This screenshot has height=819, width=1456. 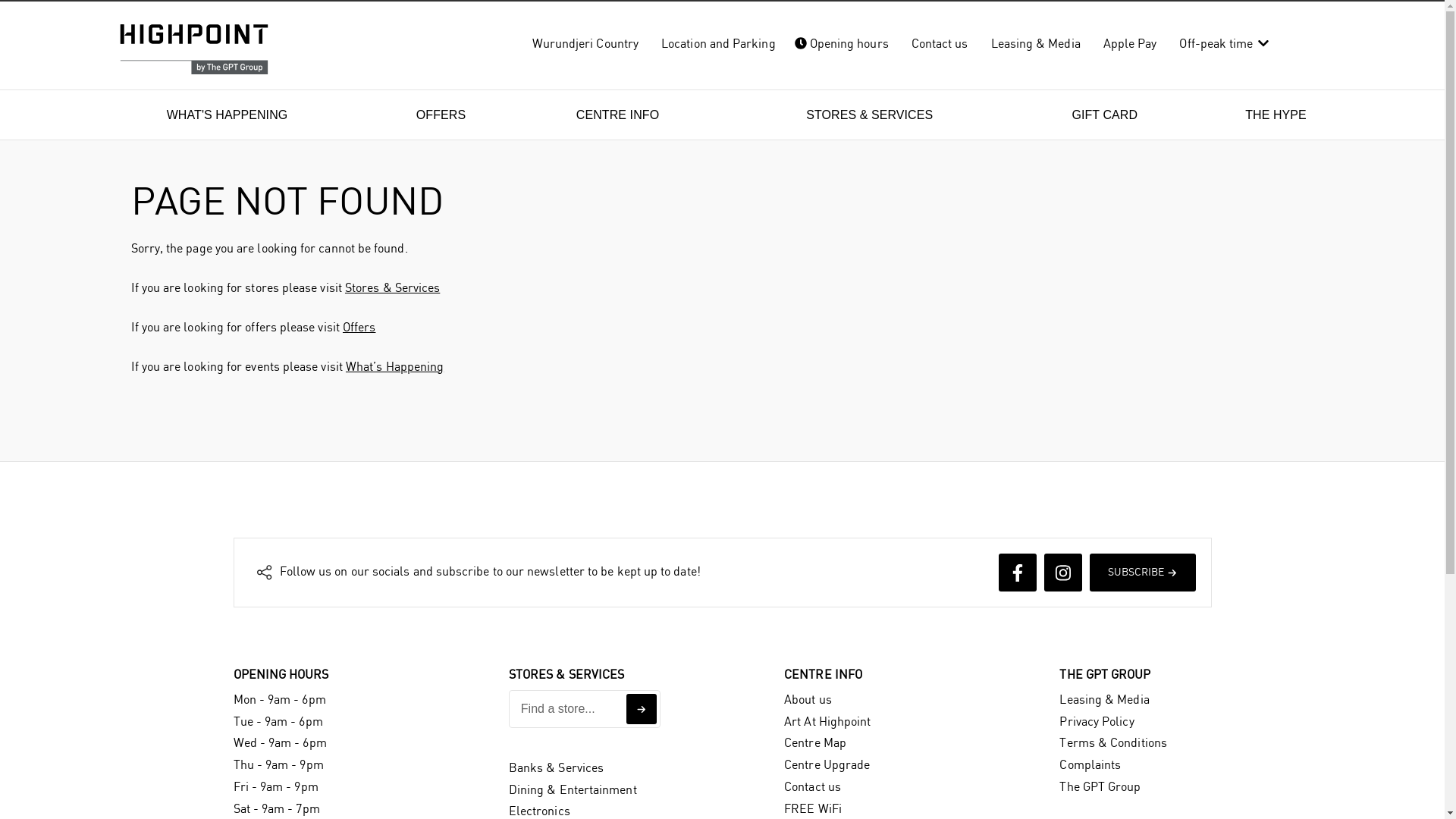 What do you see at coordinates (939, 43) in the screenshot?
I see `'Contact us'` at bounding box center [939, 43].